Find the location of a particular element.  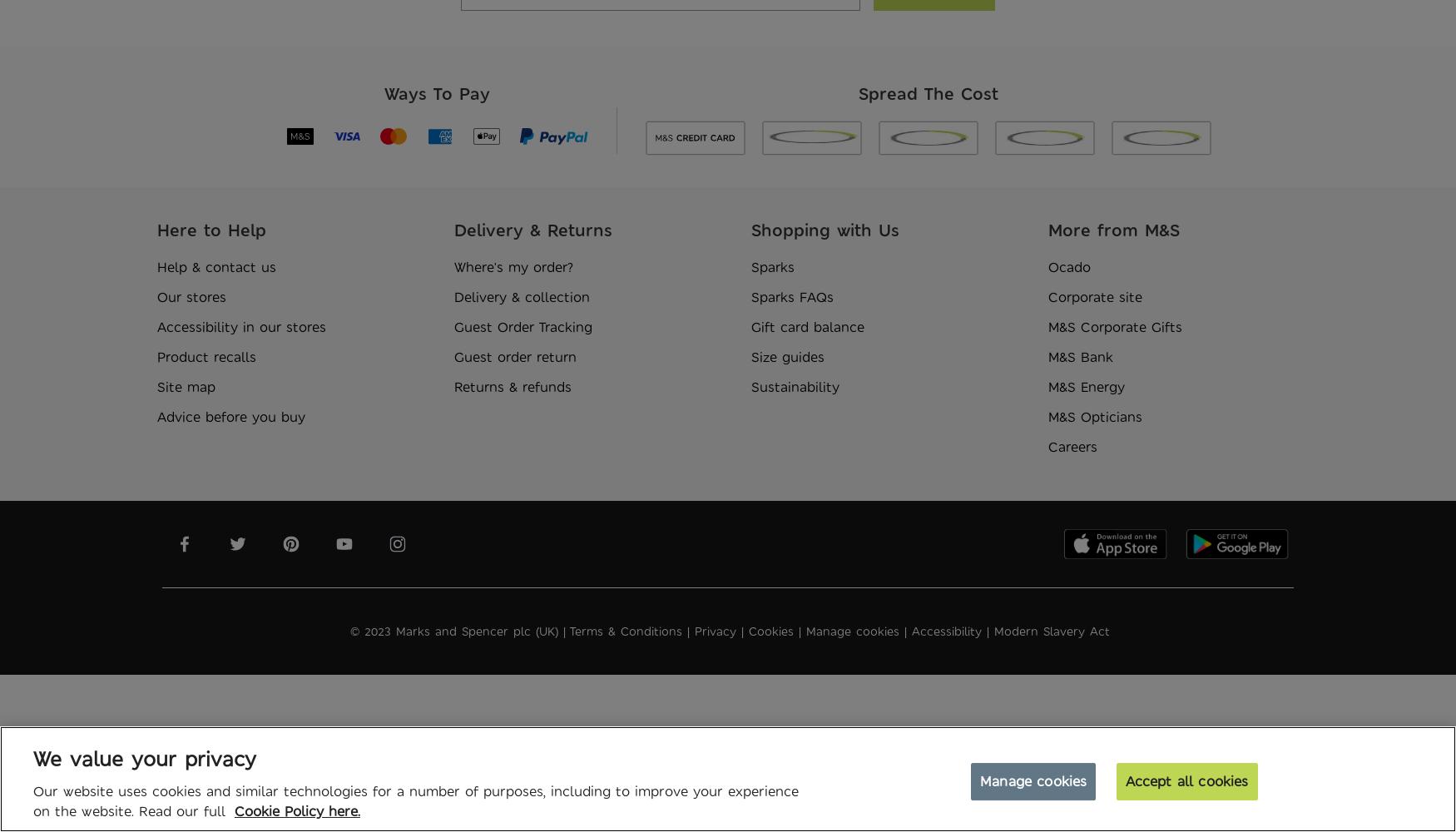

'Returns & refunds' is located at coordinates (453, 386).